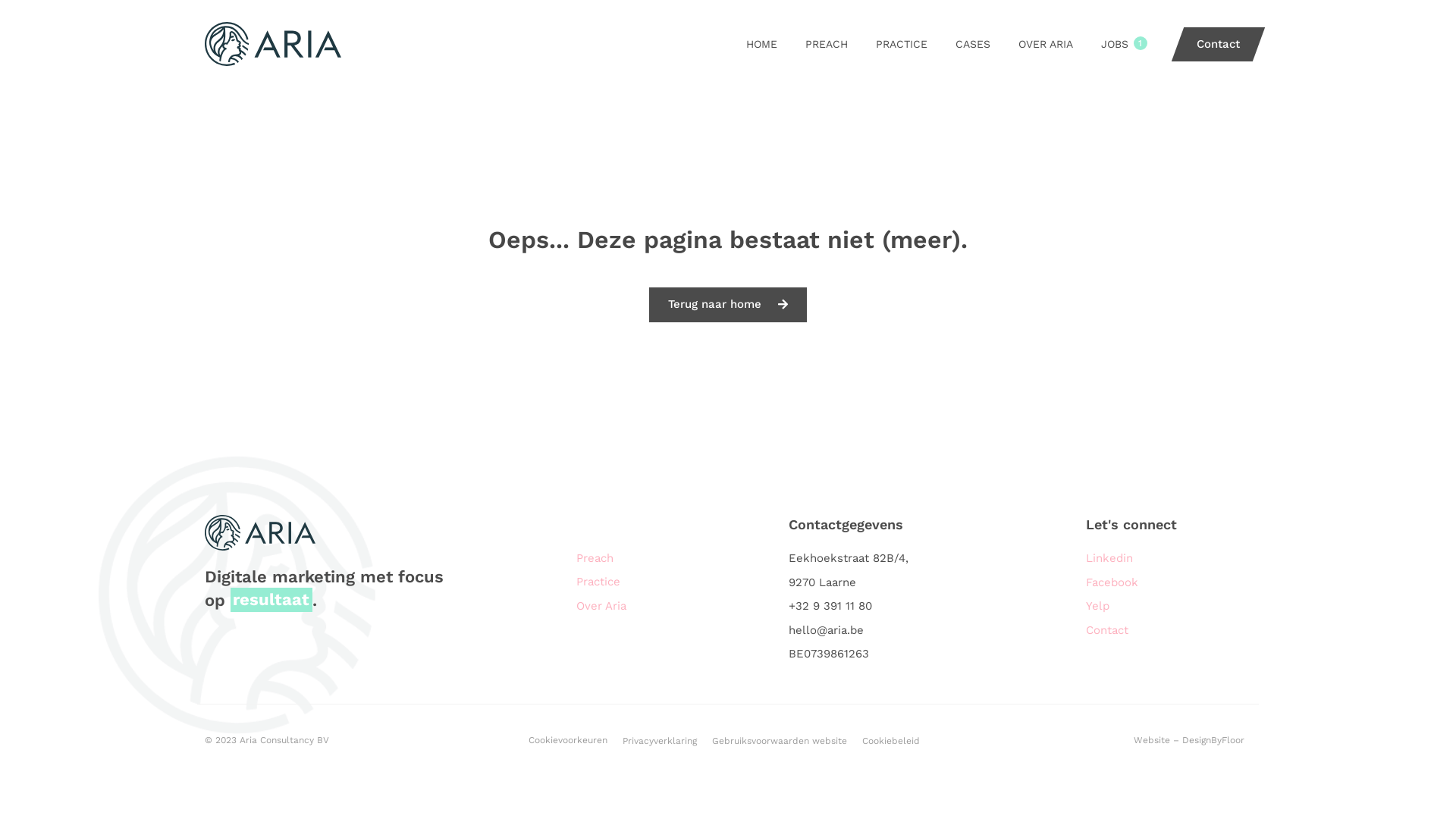 The image size is (1456, 819). Describe the element at coordinates (728, 304) in the screenshot. I see `'Terug naar home'` at that location.